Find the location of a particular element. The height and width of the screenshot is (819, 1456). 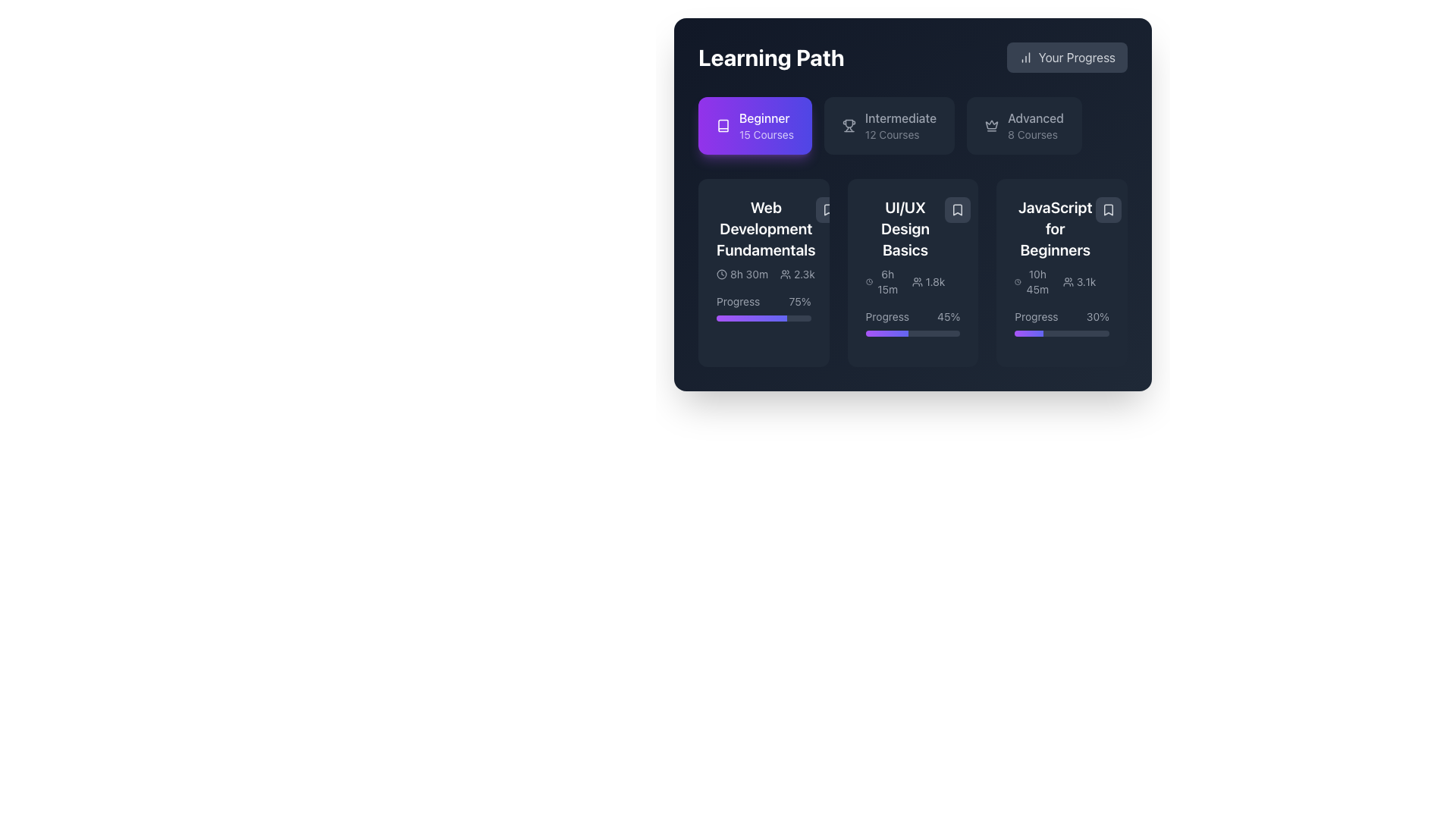

text label displaying 'Progress' located at the bottom-left corner of the 'JavaScript for Beginners' course card, just above the progress bar is located at coordinates (1036, 315).